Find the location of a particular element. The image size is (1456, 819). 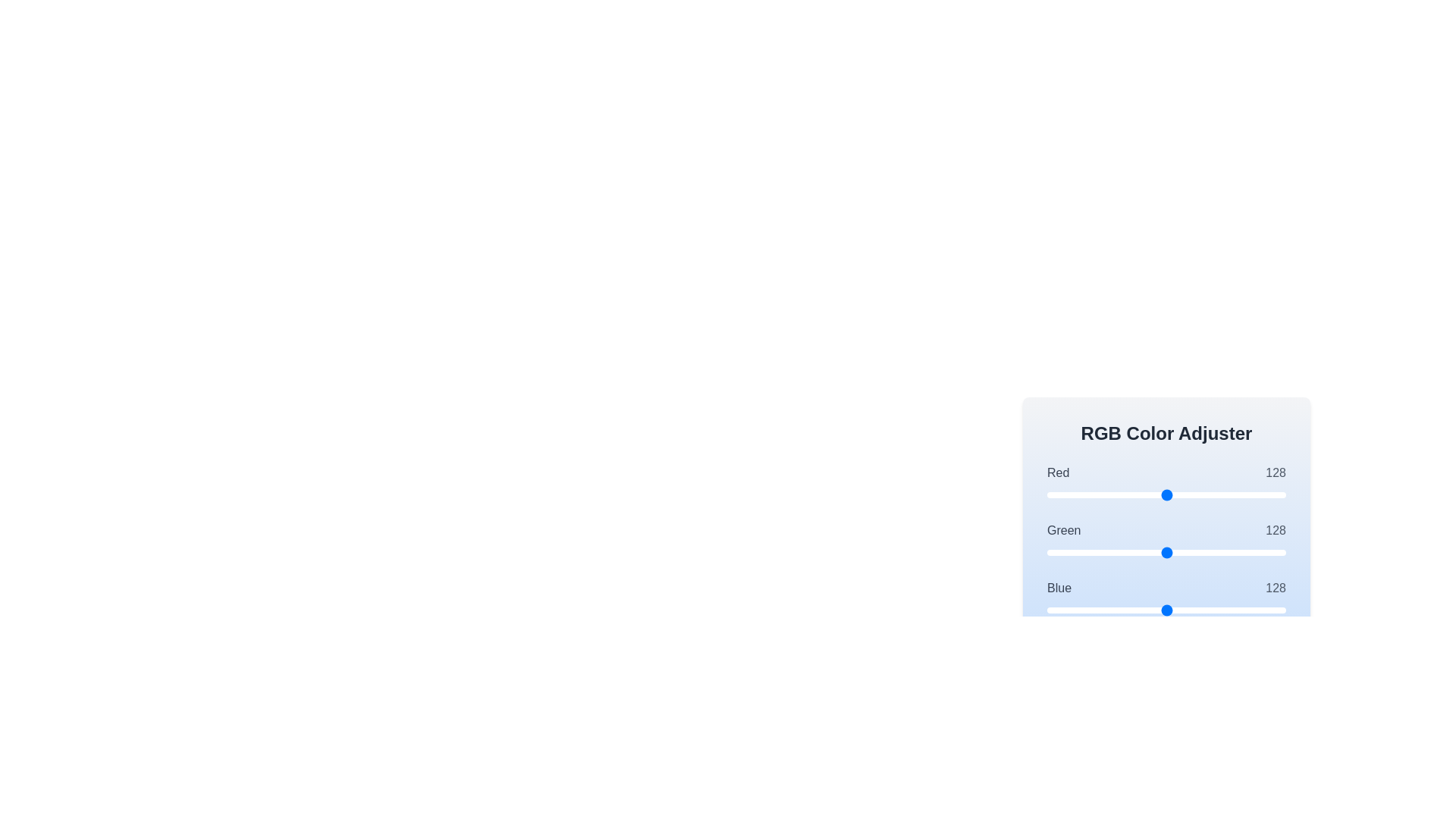

the 1 slider to set its value to 94 is located at coordinates (1135, 553).